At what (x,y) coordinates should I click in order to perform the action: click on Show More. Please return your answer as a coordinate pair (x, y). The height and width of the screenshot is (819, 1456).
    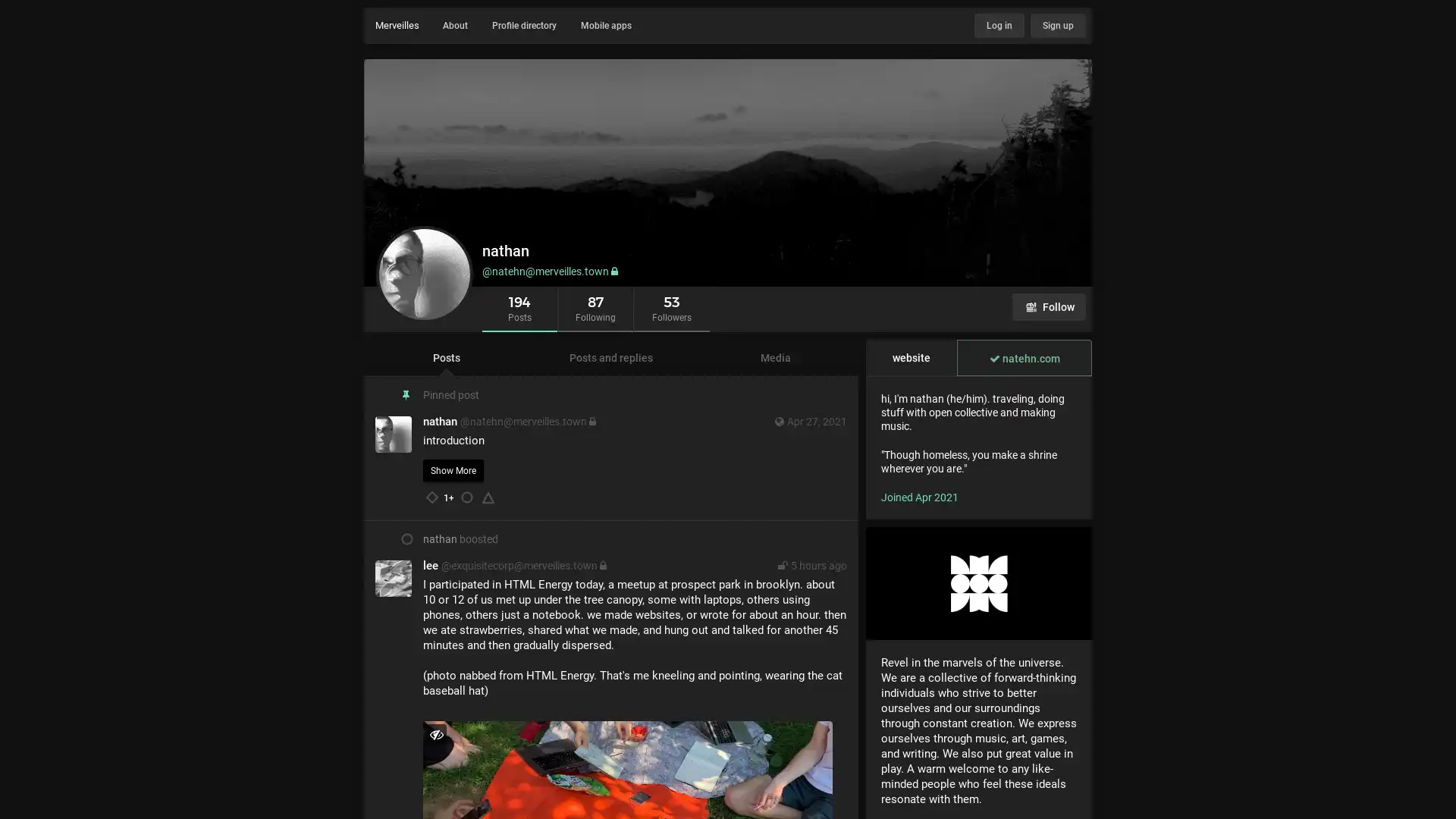
    Looking at the image, I should click on (453, 470).